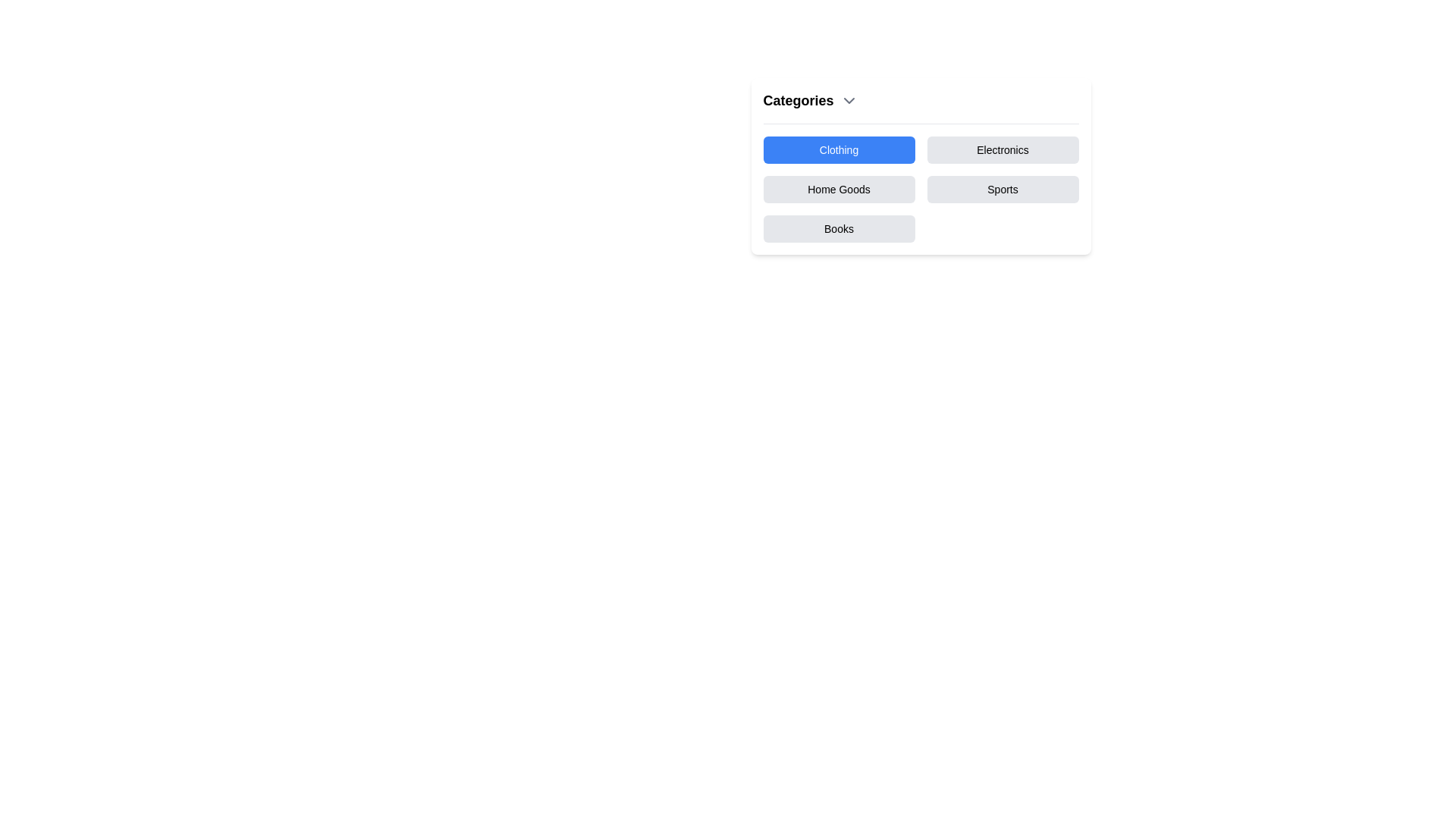  Describe the element at coordinates (838, 228) in the screenshot. I see `the last button in the second row and first column of the grid` at that location.